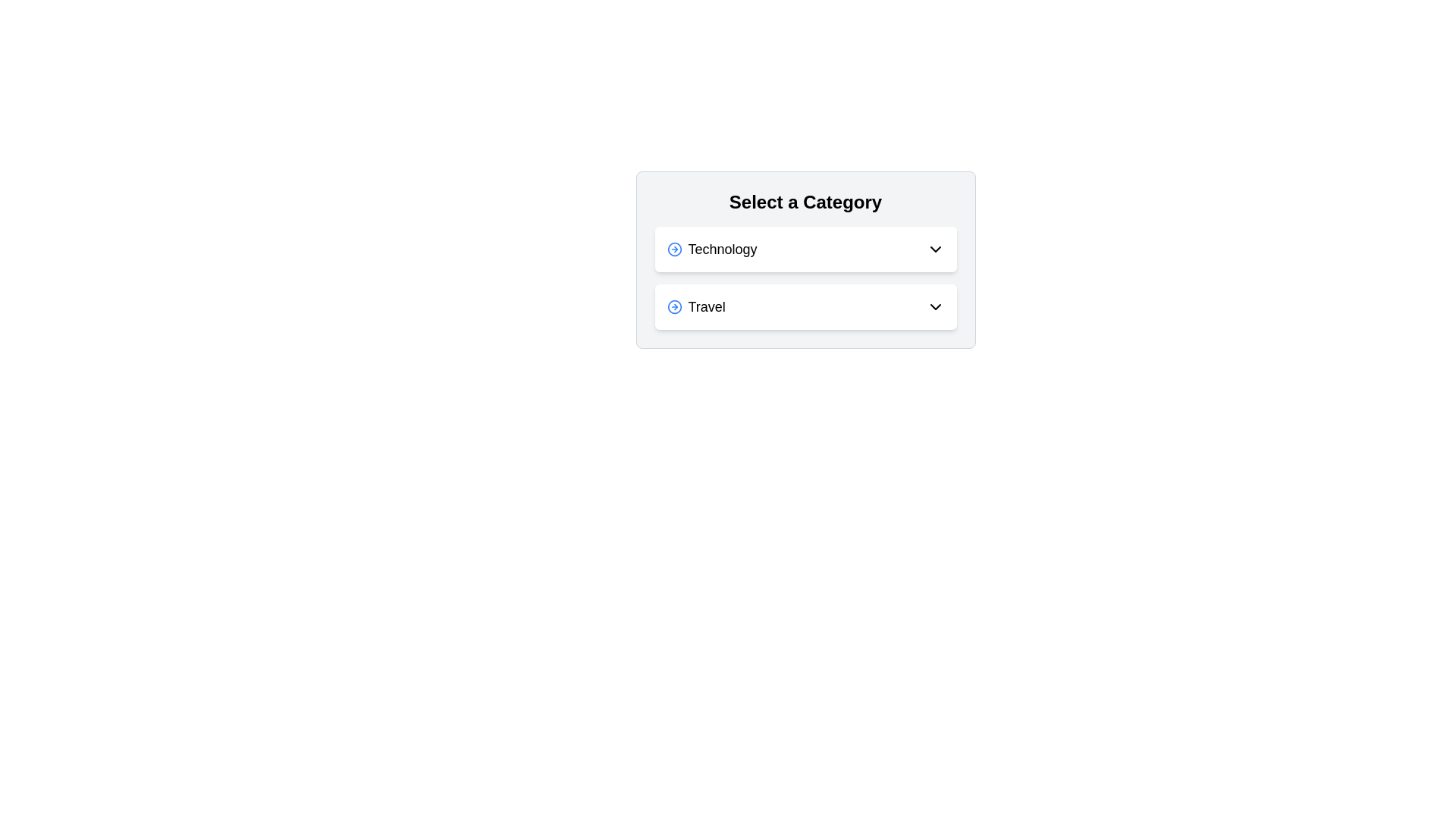 This screenshot has width=1456, height=819. Describe the element at coordinates (934, 307) in the screenshot. I see `the chevron down icon next to the word 'Travel'` at that location.